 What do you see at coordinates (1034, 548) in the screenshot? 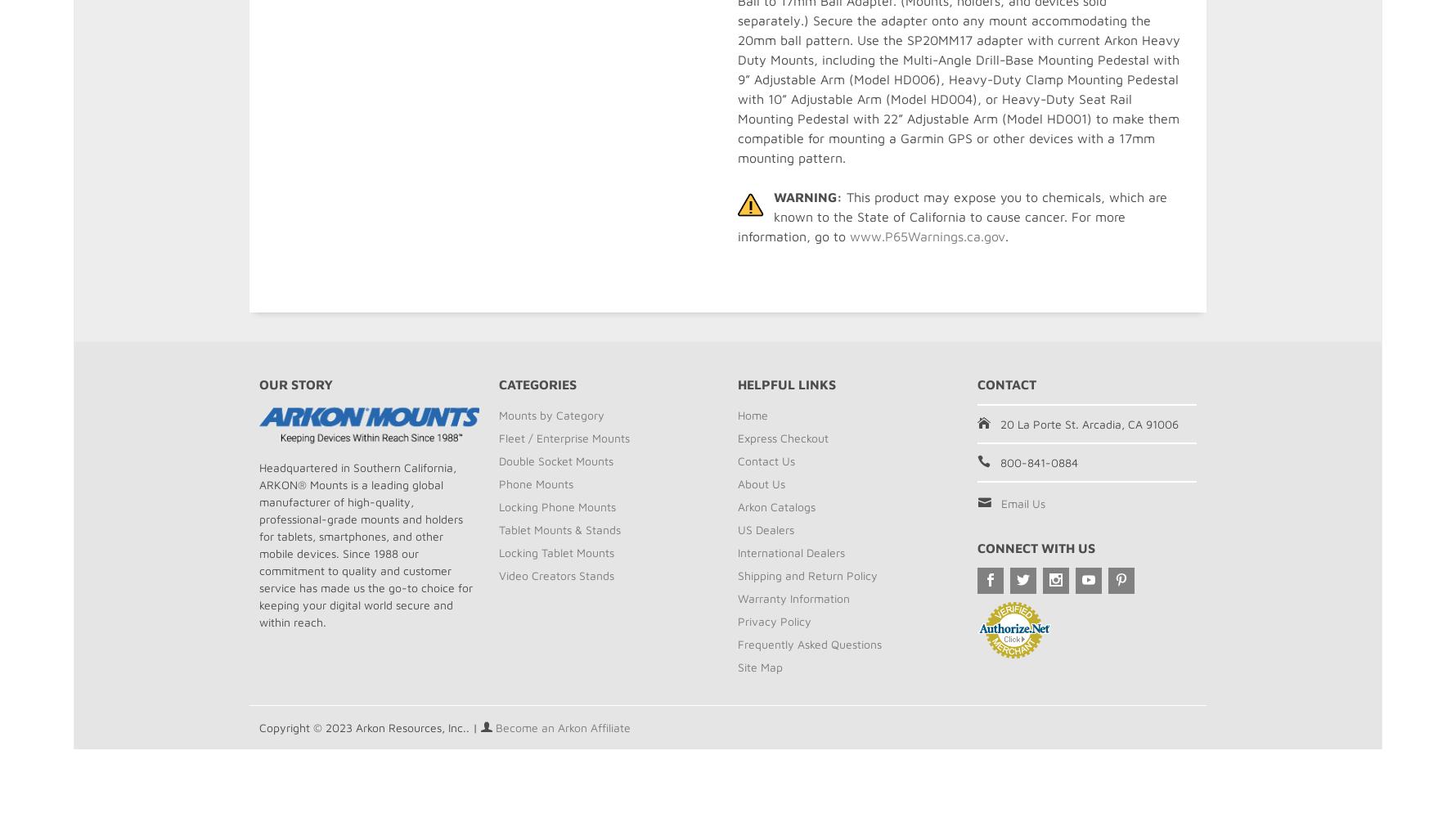
I see `'Connect With Us'` at bounding box center [1034, 548].